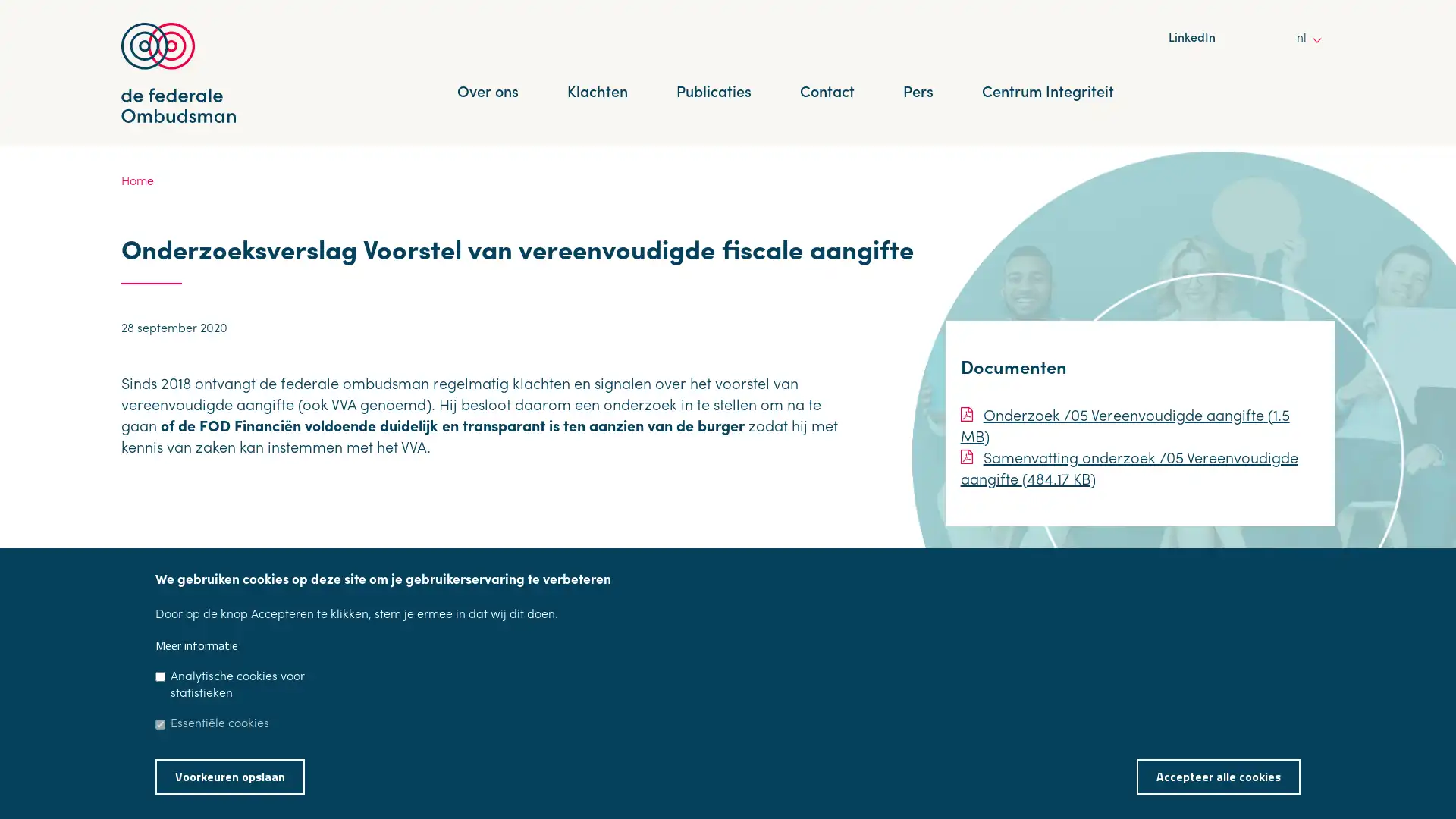 This screenshot has width=1456, height=819. I want to click on Accepteer alle cookies, so click(1219, 776).